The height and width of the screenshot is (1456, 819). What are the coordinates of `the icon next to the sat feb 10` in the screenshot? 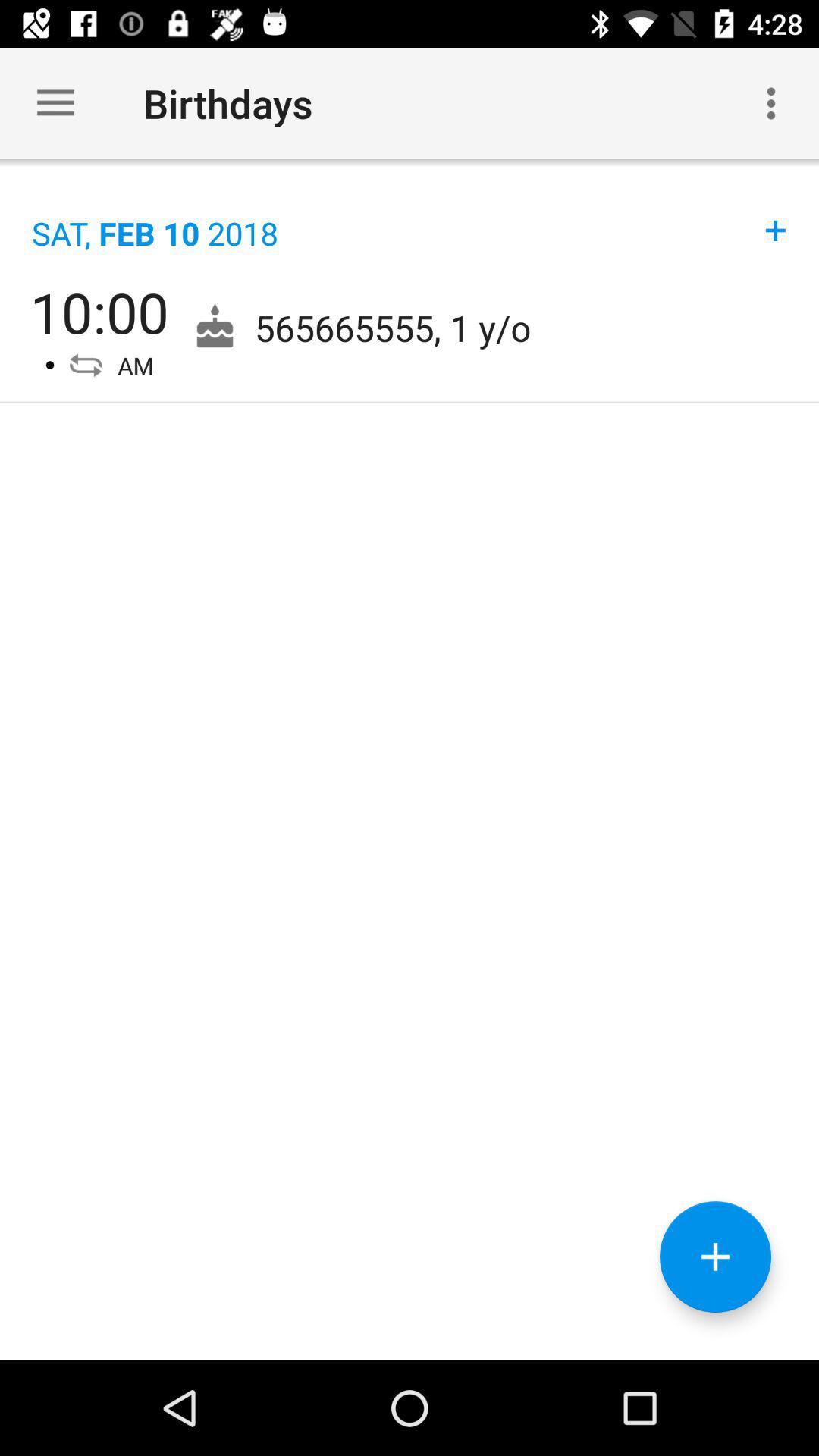 It's located at (775, 214).